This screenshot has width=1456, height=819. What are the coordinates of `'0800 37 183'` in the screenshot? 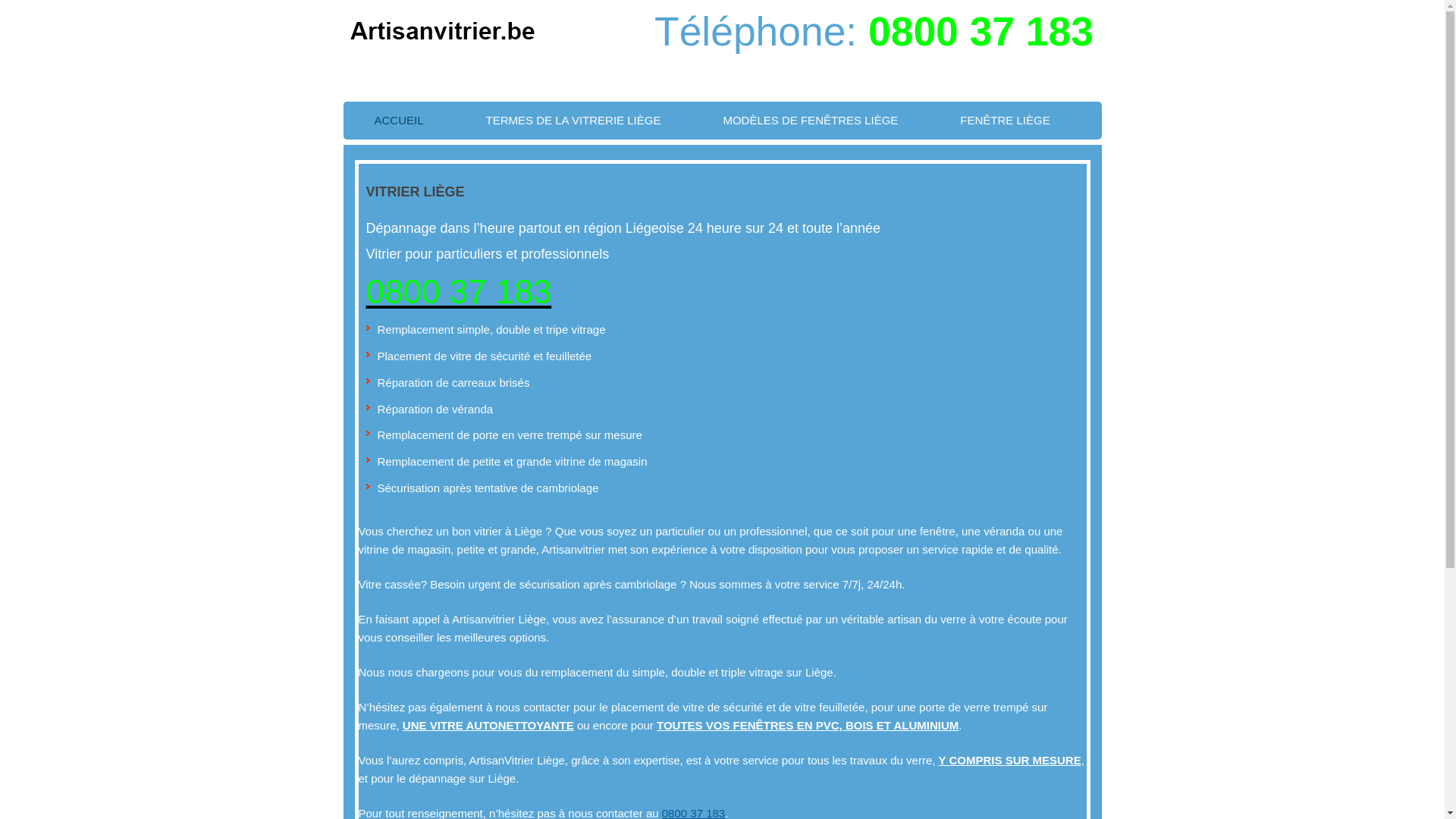 It's located at (457, 291).